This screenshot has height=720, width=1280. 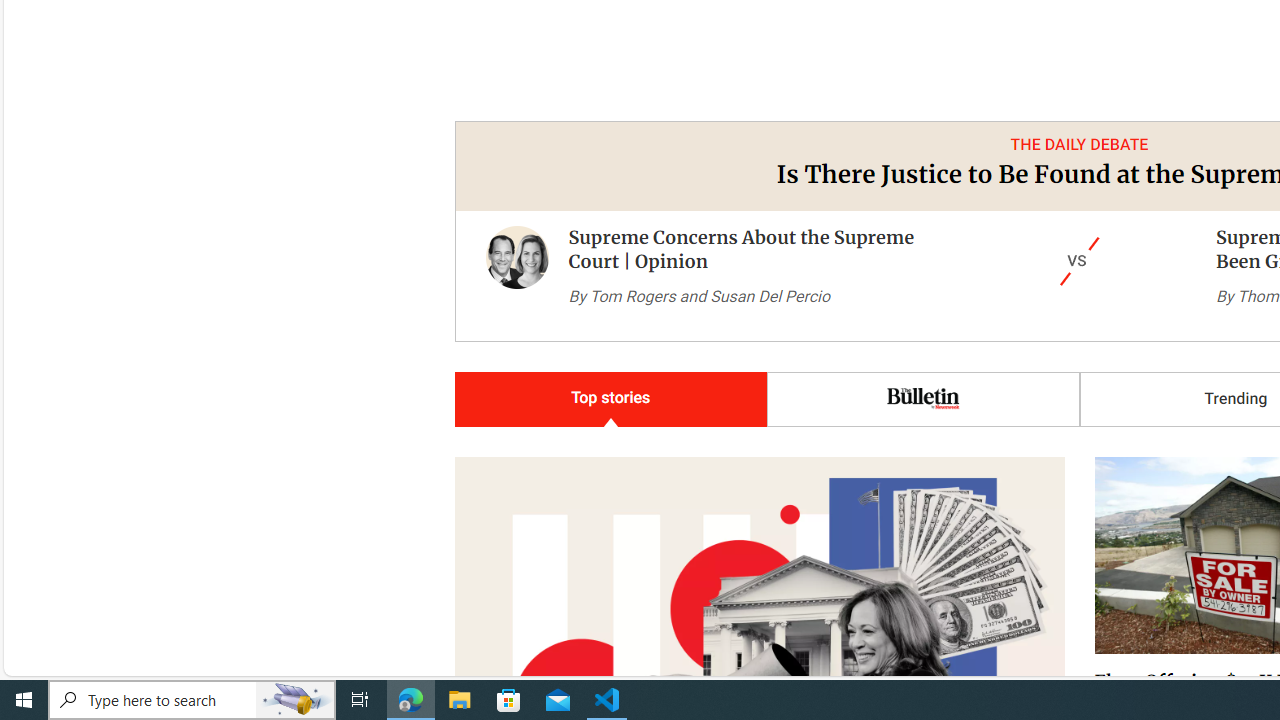 I want to click on 'Supreme Concerns About the Supreme Court | Opinion', so click(x=517, y=276).